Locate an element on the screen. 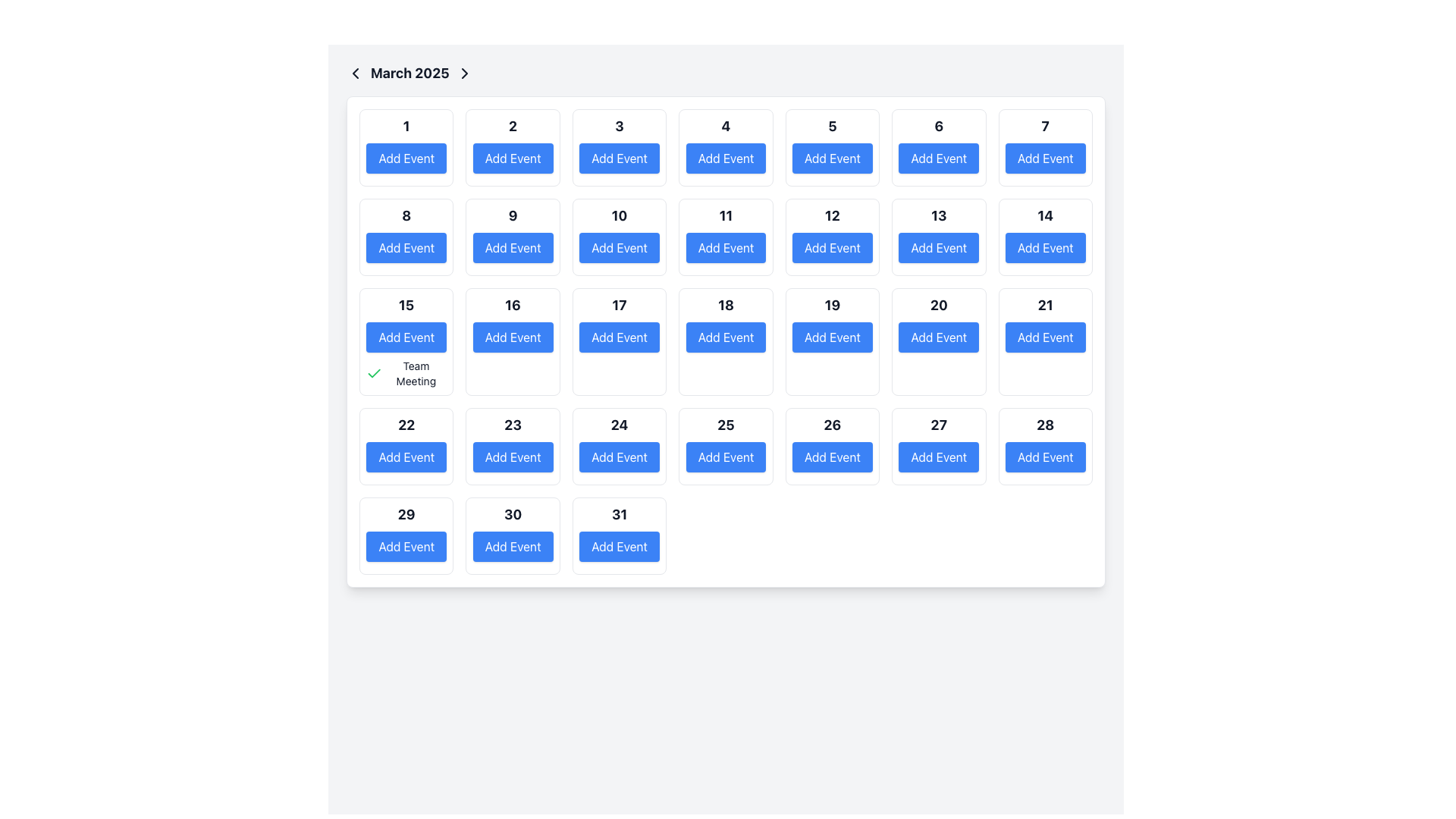  the 'Add Event' button with a blue background and white text, located in the calendar grid cell labeled '19', to trigger the hover effect is located at coordinates (831, 336).